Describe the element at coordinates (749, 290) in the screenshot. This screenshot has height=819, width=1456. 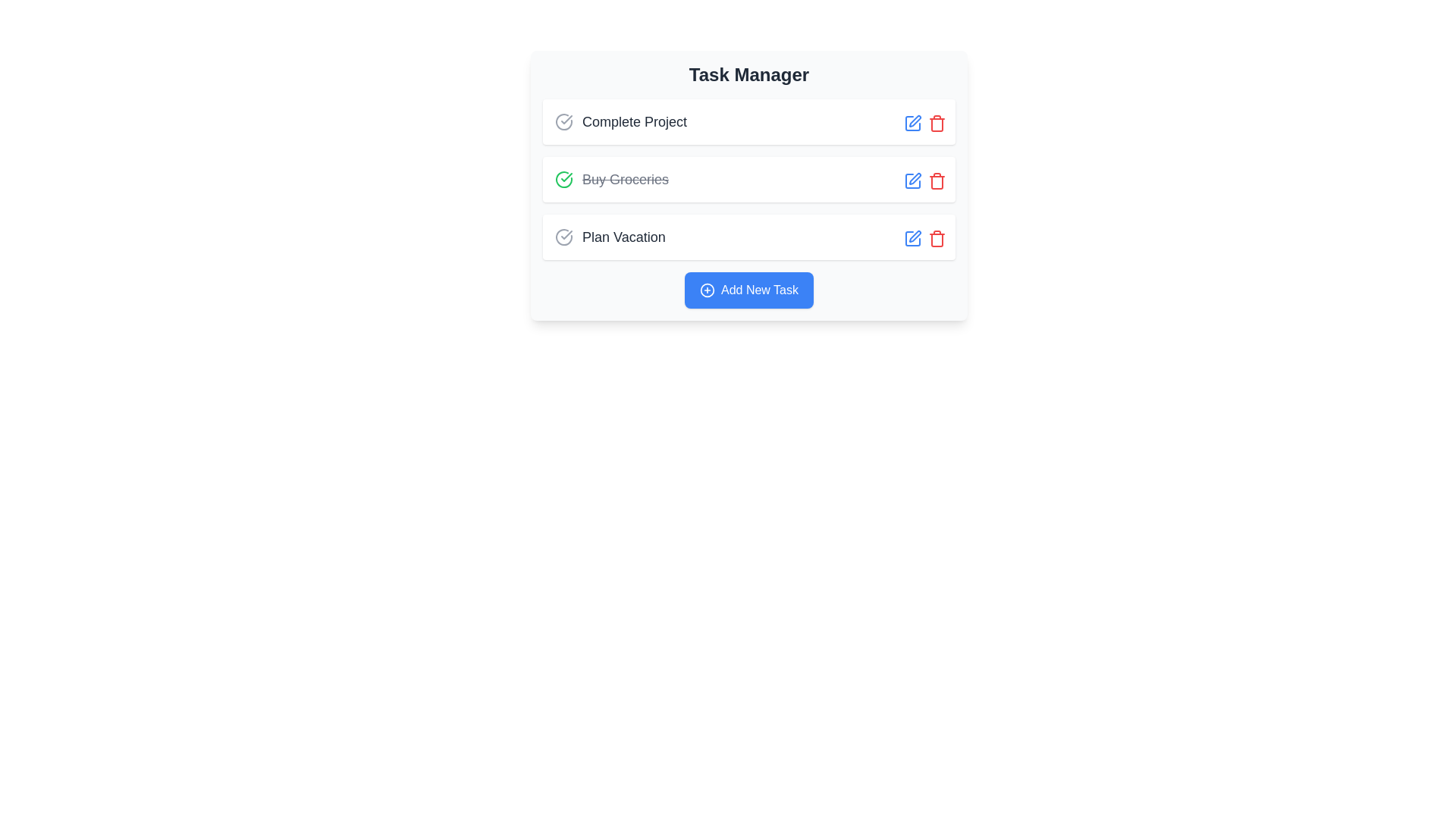
I see `the 'Add New Task' button located at the bottom of the 'Task Manager' section` at that location.